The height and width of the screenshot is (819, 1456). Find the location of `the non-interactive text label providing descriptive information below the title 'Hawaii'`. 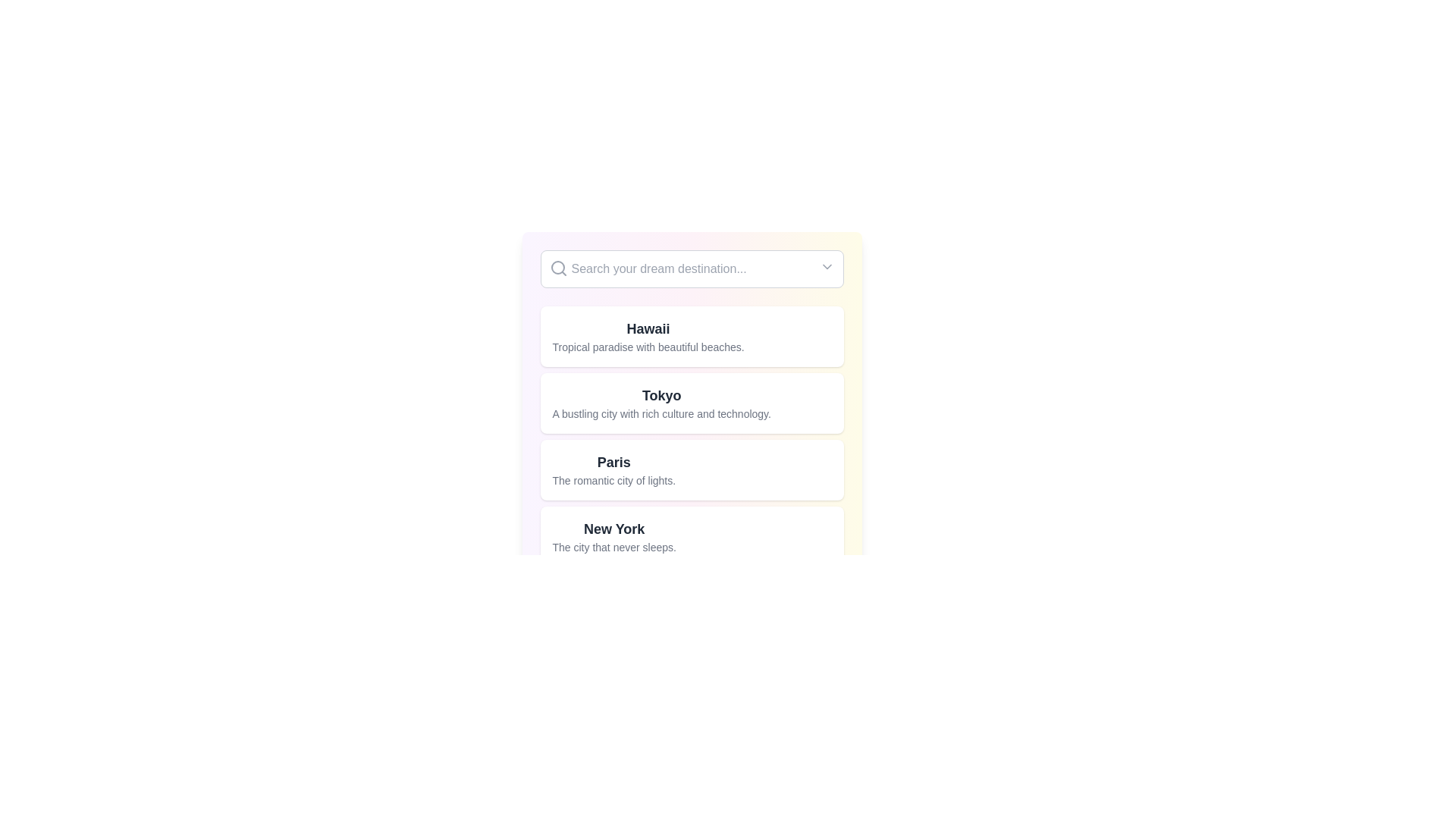

the non-interactive text label providing descriptive information below the title 'Hawaii' is located at coordinates (648, 347).